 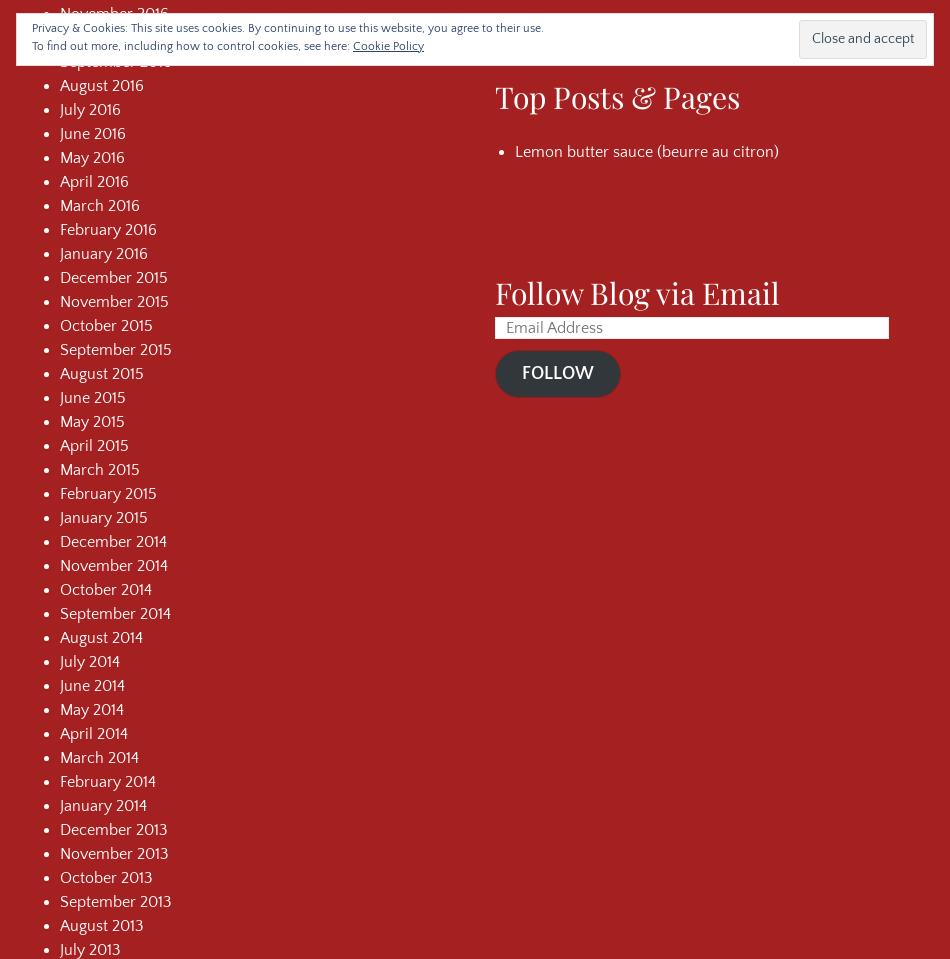 What do you see at coordinates (92, 155) in the screenshot?
I see `'May 2016'` at bounding box center [92, 155].